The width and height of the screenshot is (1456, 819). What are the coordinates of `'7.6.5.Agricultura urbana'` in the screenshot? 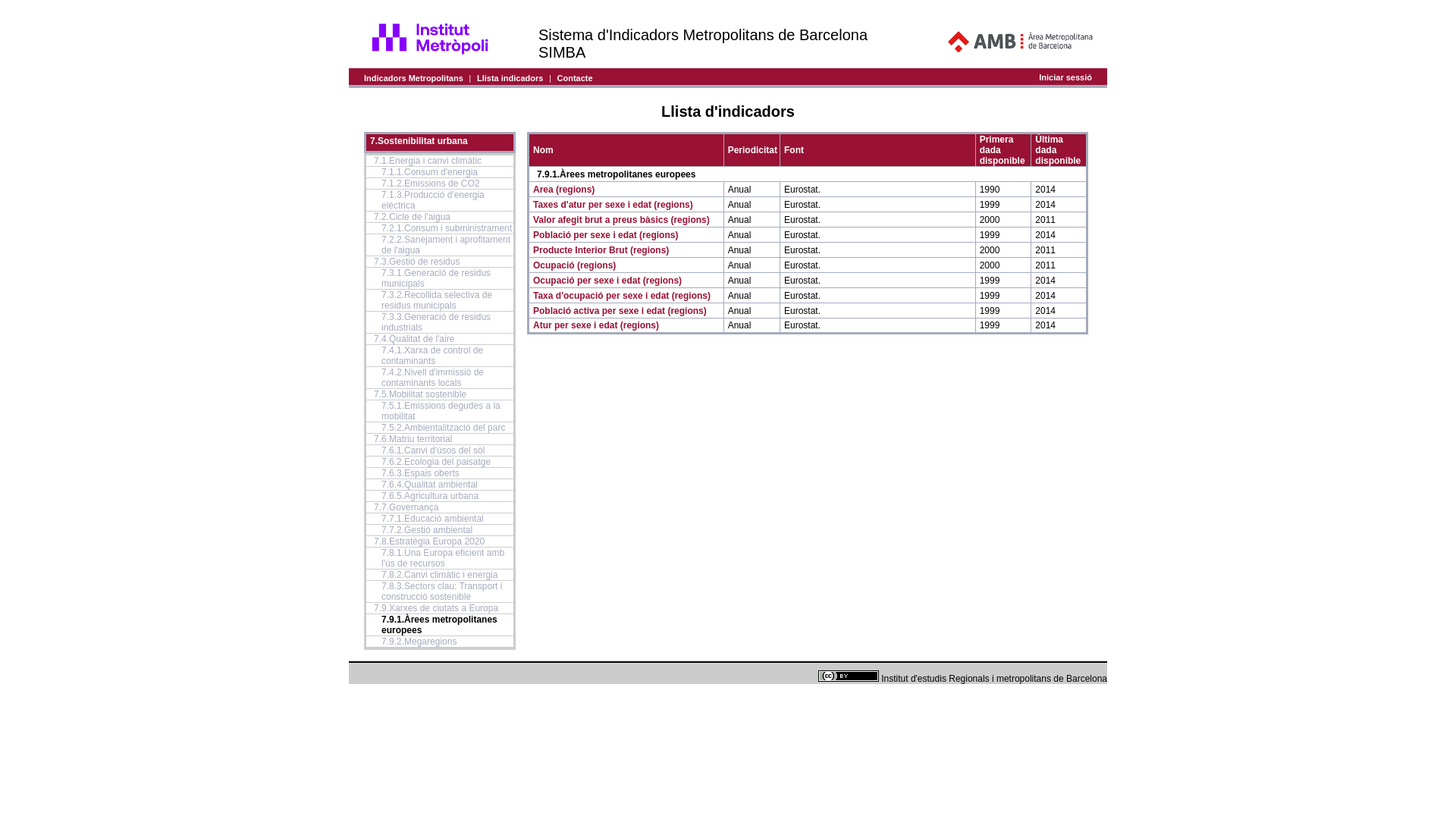 It's located at (428, 496).